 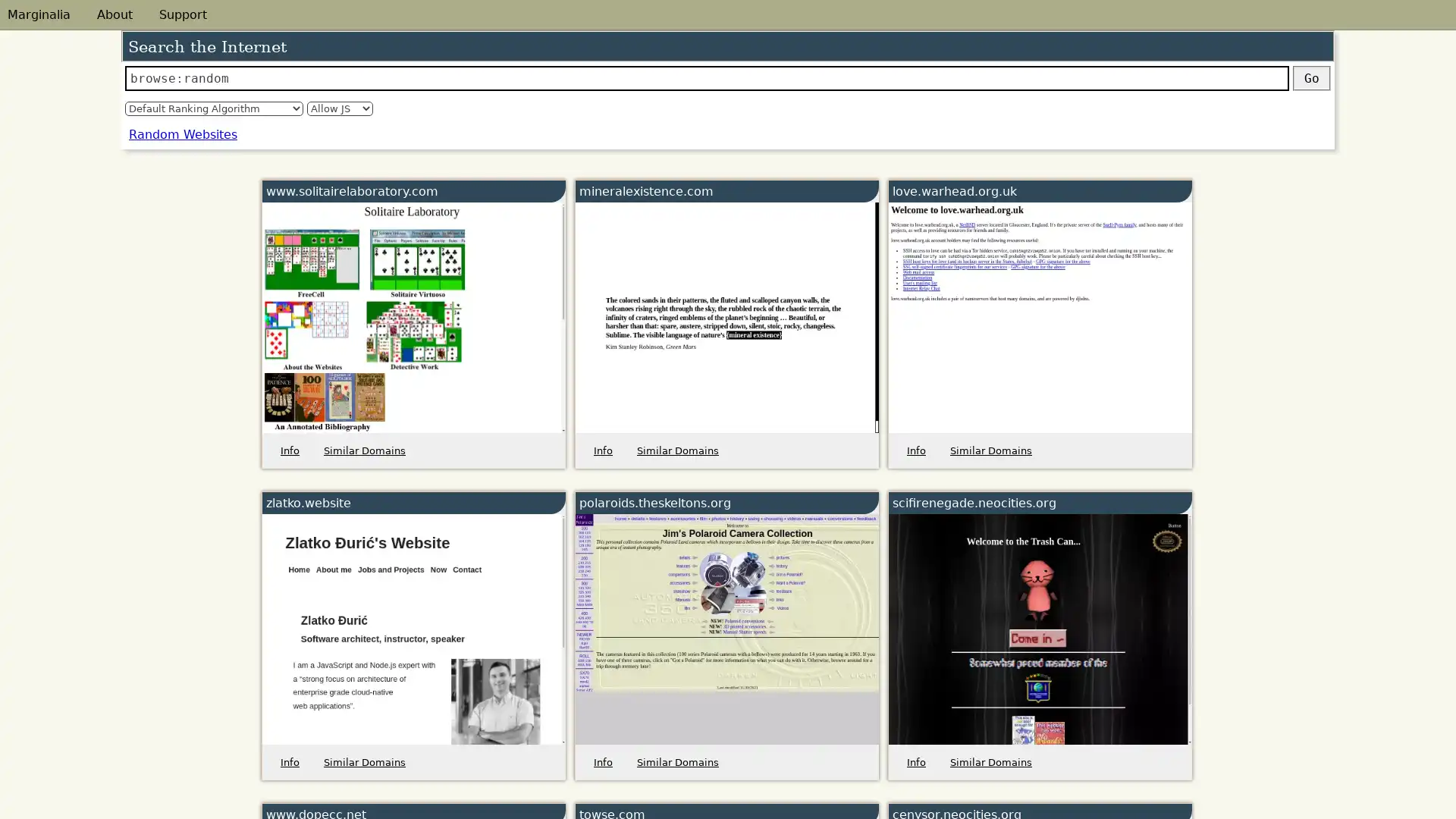 What do you see at coordinates (1310, 78) in the screenshot?
I see `Go` at bounding box center [1310, 78].